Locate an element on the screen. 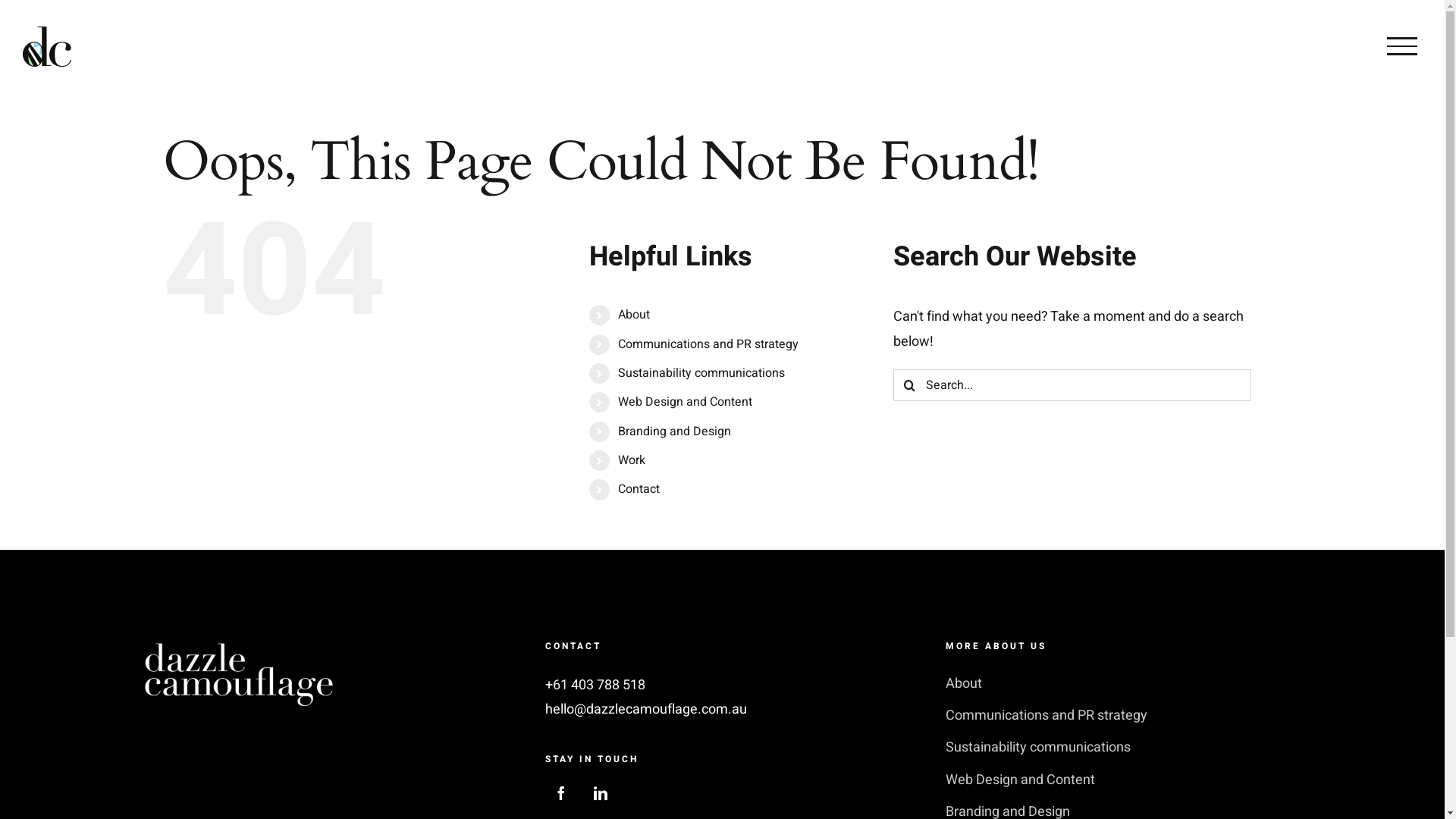 The image size is (1456, 819). 'Branding and Design' is located at coordinates (673, 431).